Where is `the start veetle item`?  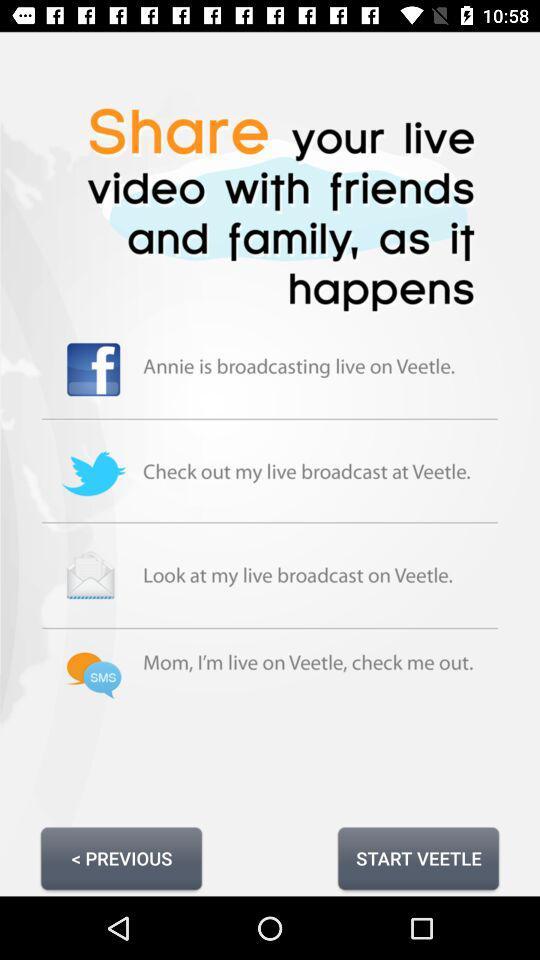
the start veetle item is located at coordinates (417, 857).